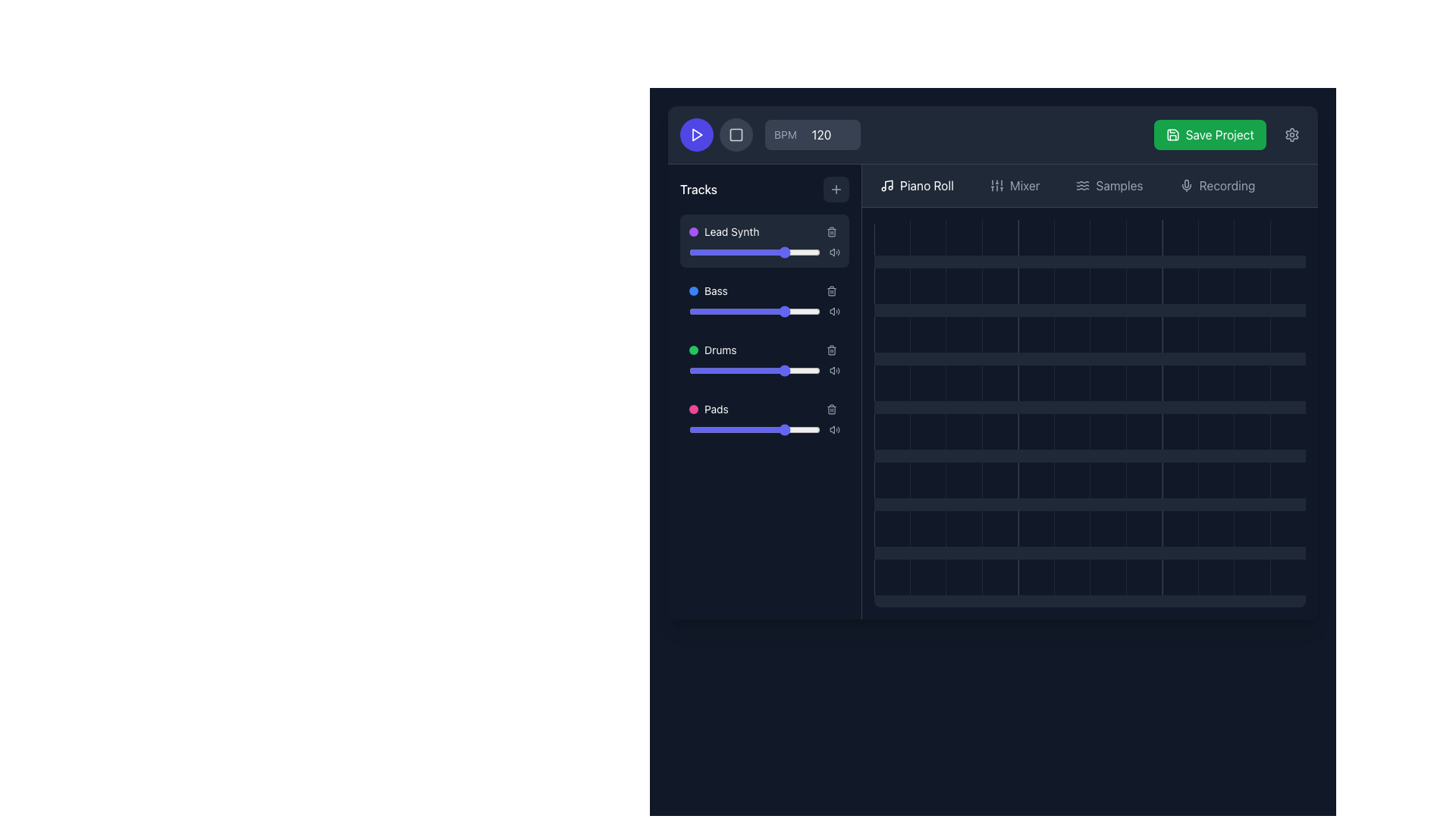  What do you see at coordinates (1216, 528) in the screenshot?
I see `the grid cell located in the 11th column of the 6th row, which has a dark gray background that lightens on hover` at bounding box center [1216, 528].